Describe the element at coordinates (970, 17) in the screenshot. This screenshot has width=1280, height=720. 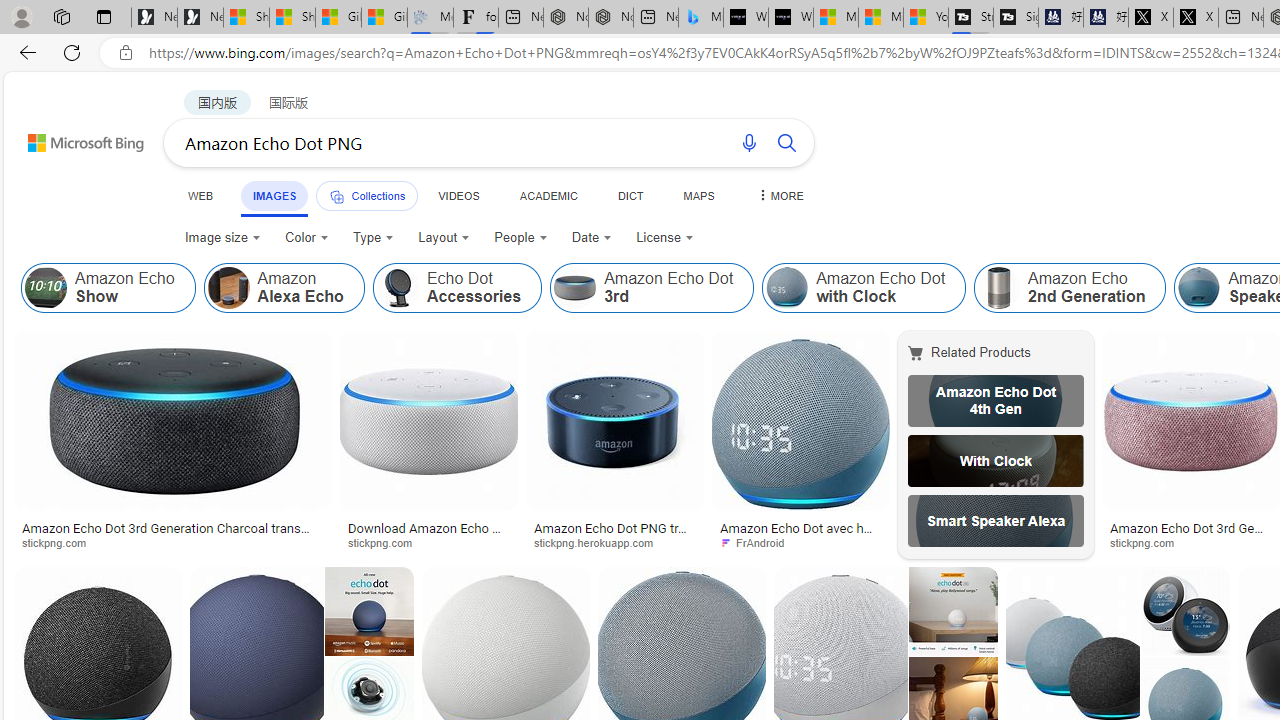
I see `'Streaming Coverage | T3'` at that location.